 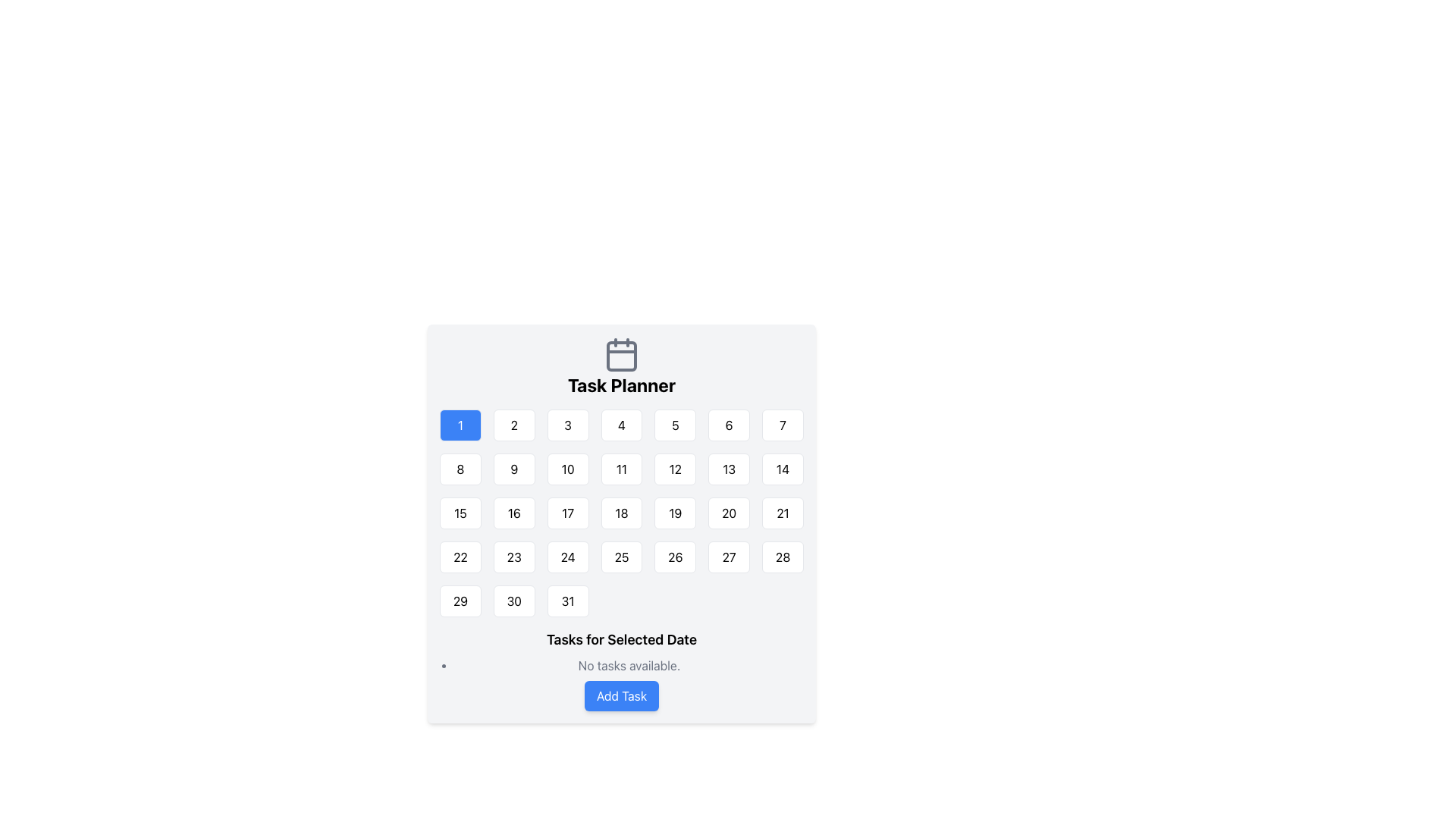 I want to click on the circular button with a white background and black text '6', so click(x=729, y=425).